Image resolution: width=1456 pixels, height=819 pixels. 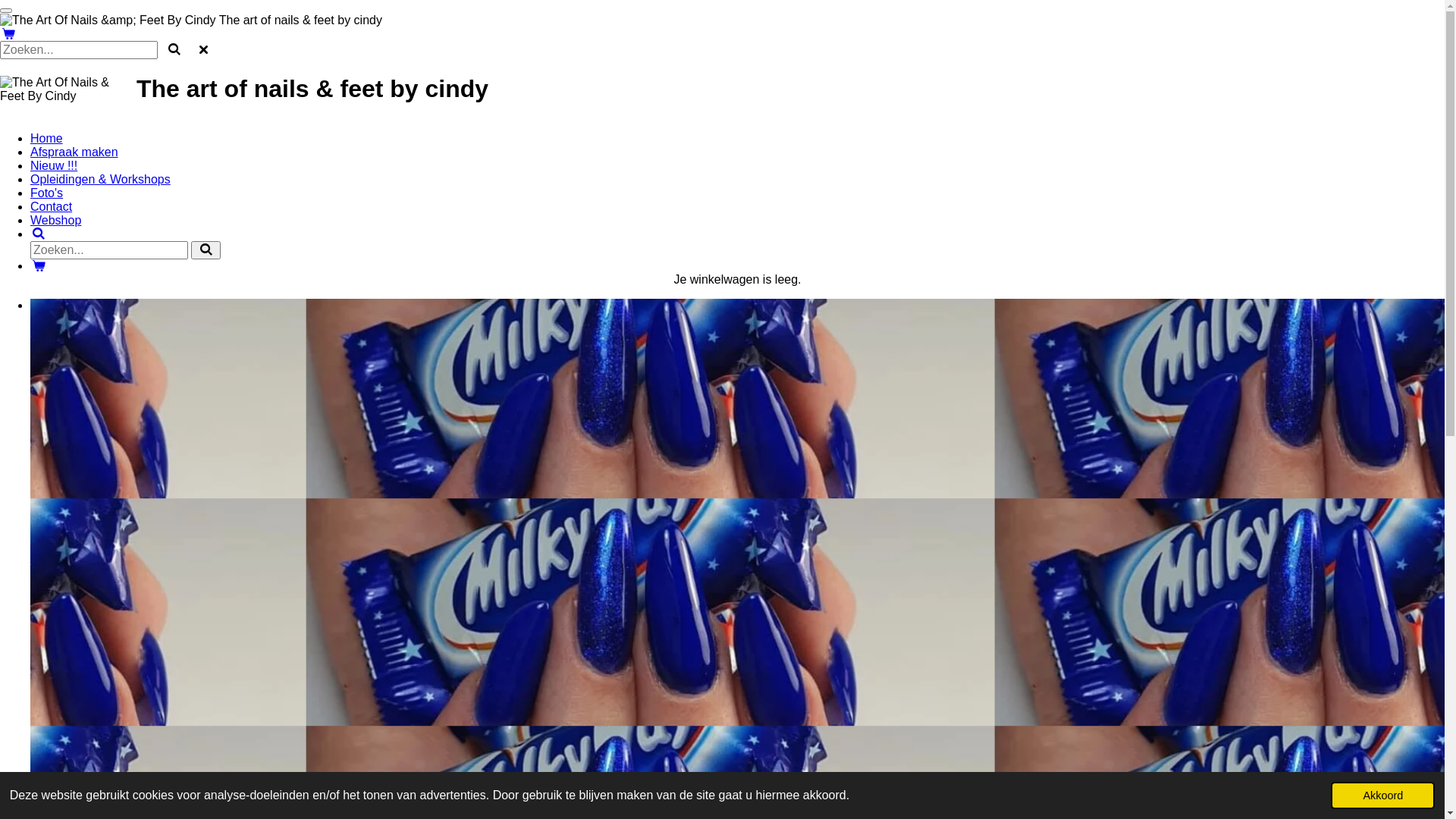 I want to click on 'Home', so click(x=46, y=138).